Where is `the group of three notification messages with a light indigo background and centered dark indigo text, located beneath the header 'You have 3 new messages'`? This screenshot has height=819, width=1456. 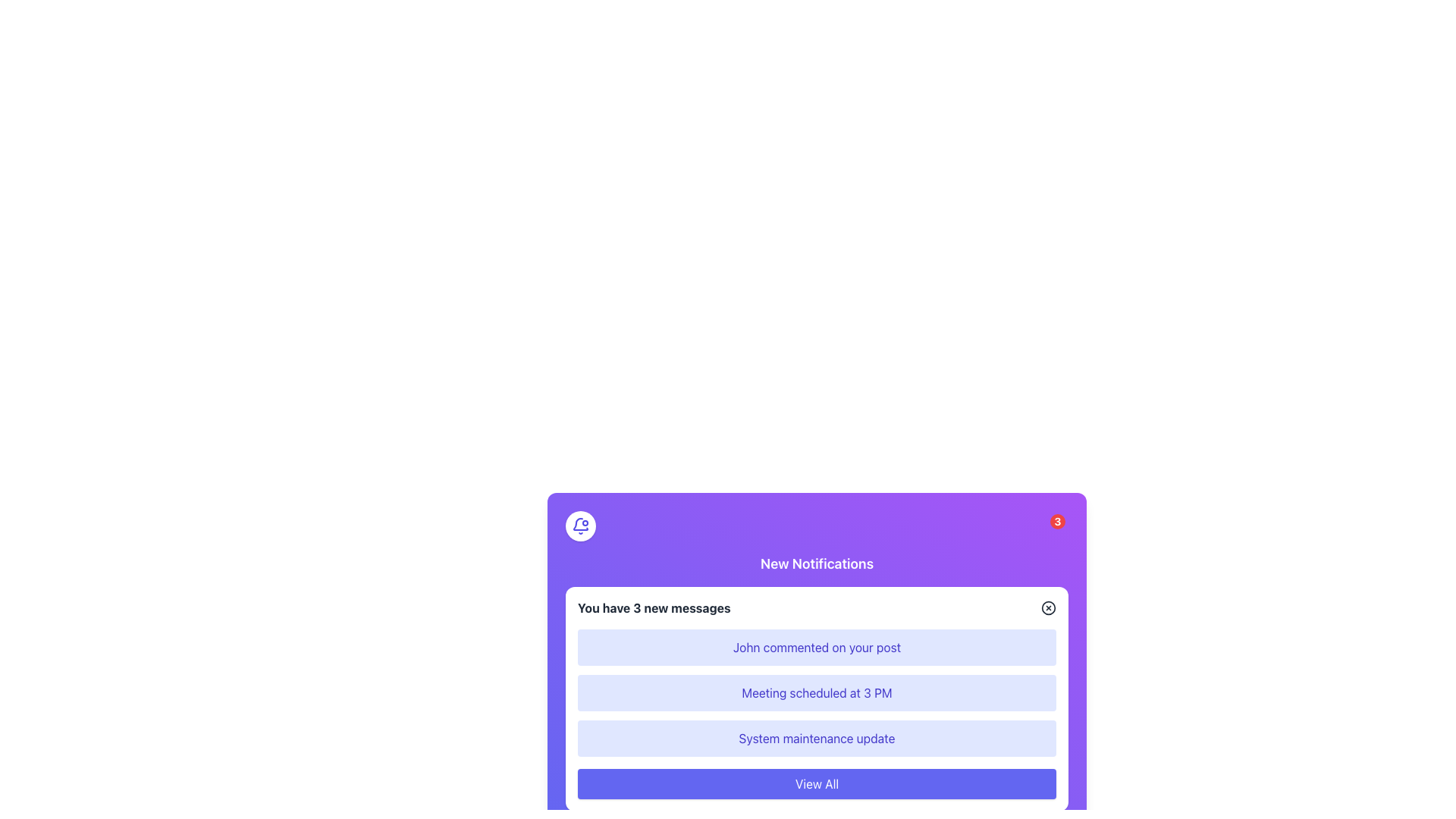 the group of three notification messages with a light indigo background and centered dark indigo text, located beneath the header 'You have 3 new messages' is located at coordinates (816, 693).